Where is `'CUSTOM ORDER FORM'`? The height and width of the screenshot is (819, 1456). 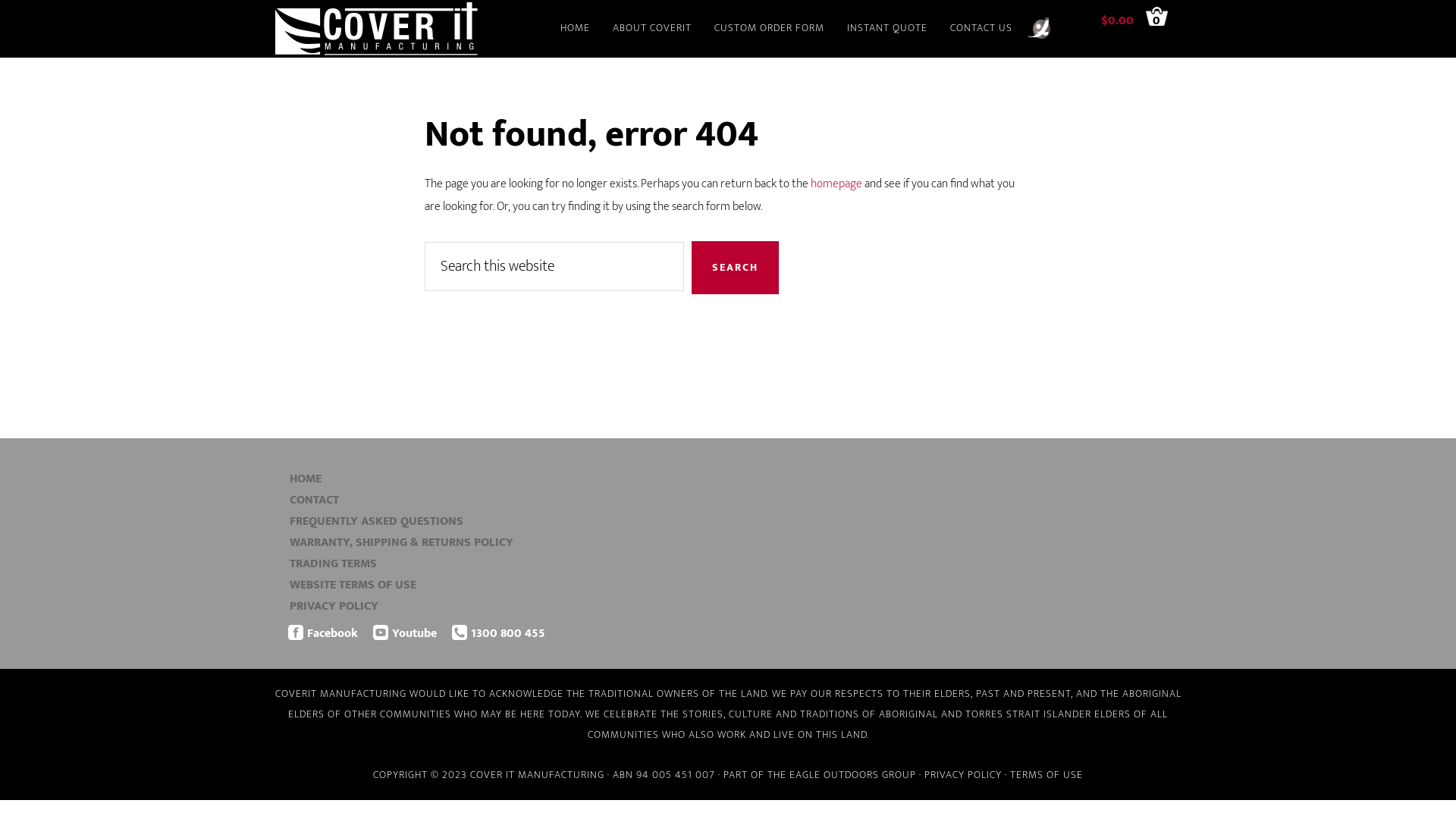
'CUSTOM ORDER FORM' is located at coordinates (769, 29).